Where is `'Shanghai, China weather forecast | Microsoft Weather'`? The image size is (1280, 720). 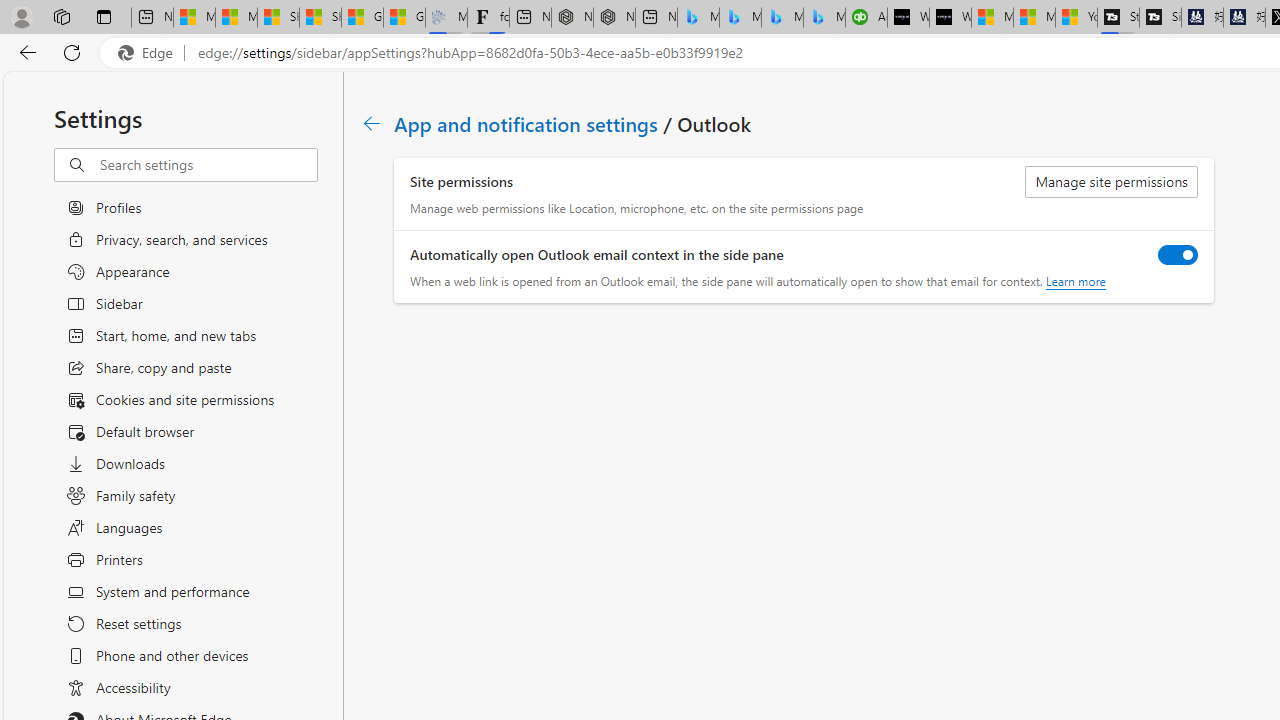 'Shanghai, China weather forecast | Microsoft Weather' is located at coordinates (320, 17).